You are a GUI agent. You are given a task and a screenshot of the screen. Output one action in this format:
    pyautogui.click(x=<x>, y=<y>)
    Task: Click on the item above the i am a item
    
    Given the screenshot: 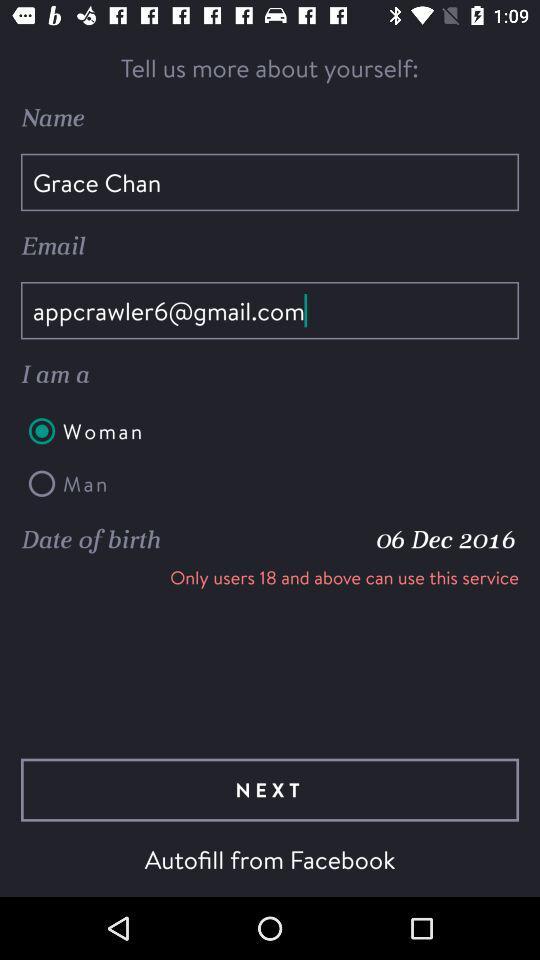 What is the action you would take?
    pyautogui.click(x=270, y=310)
    